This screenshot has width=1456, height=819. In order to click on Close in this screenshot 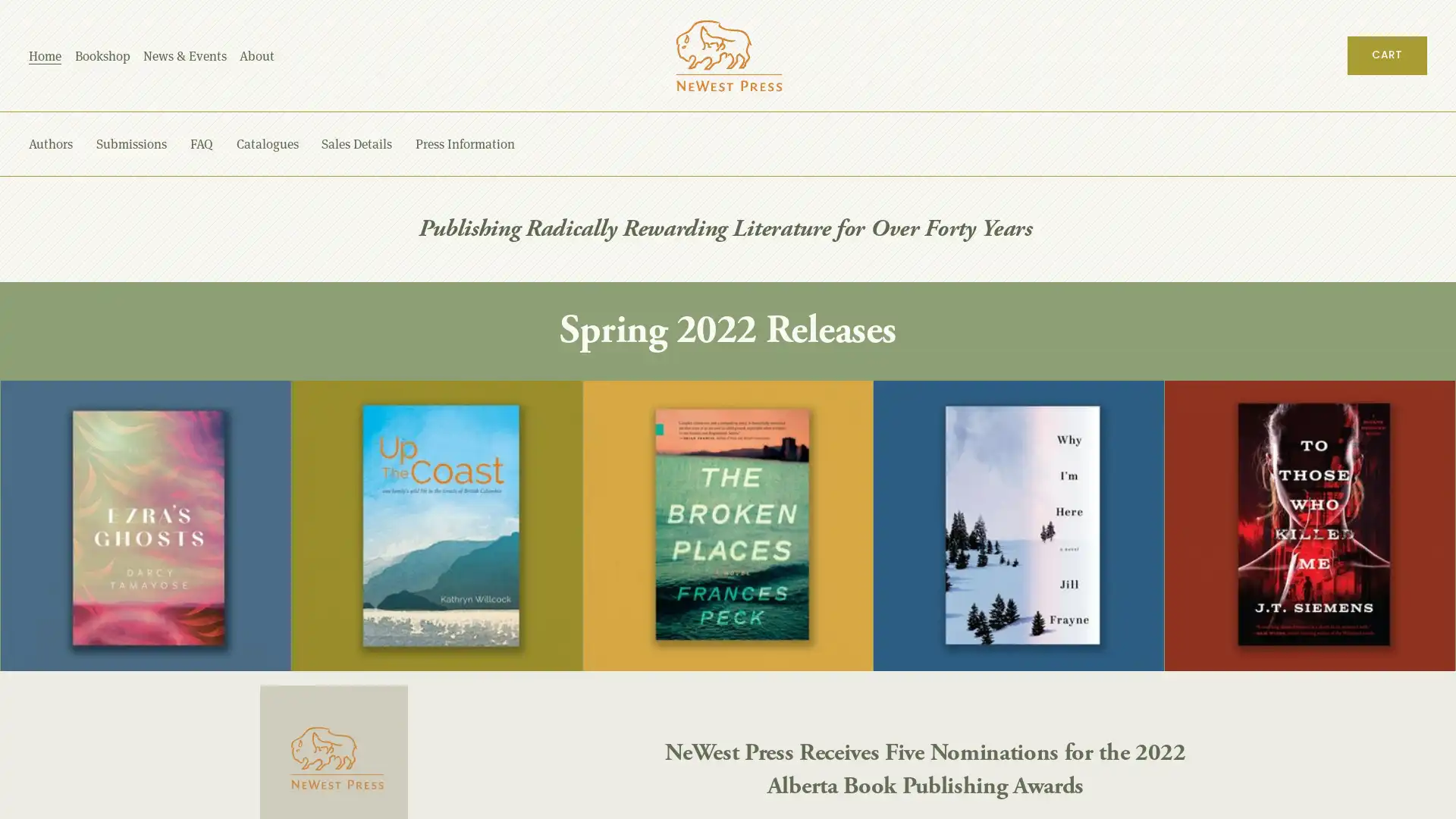, I will do `click(1379, 416)`.